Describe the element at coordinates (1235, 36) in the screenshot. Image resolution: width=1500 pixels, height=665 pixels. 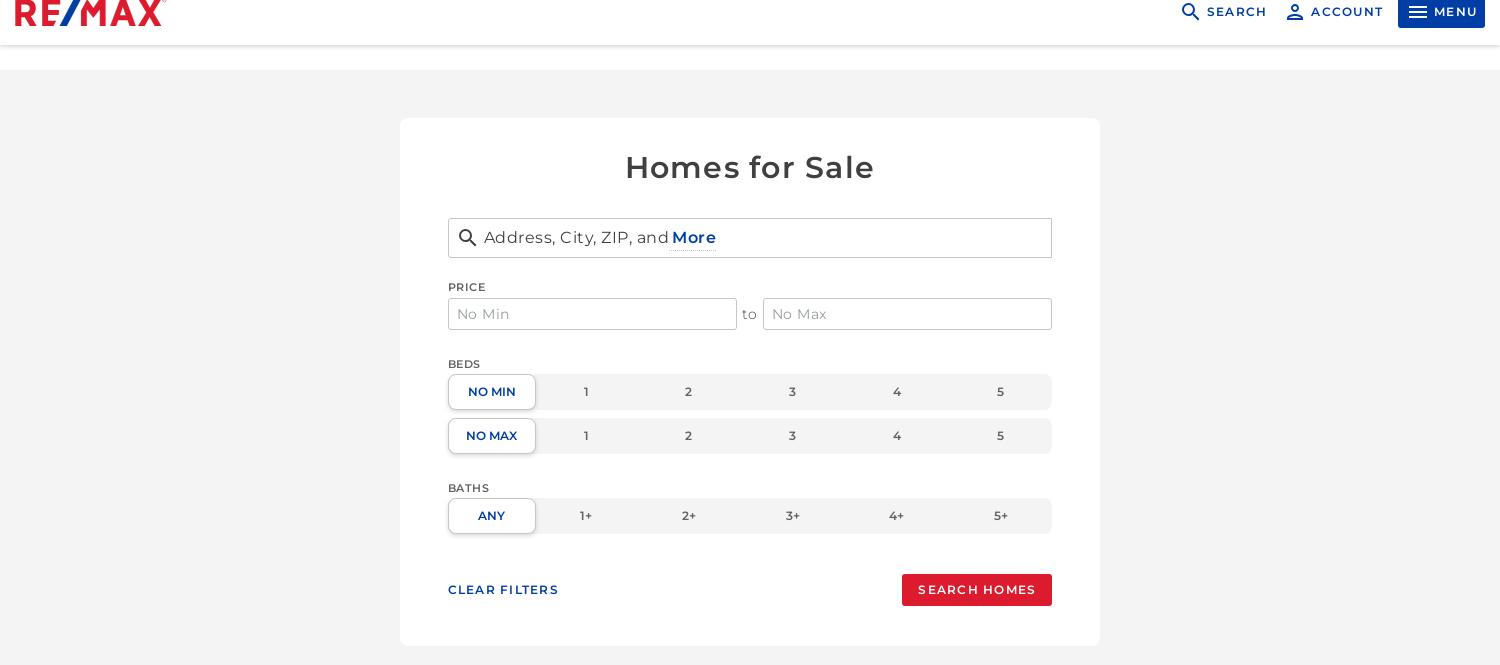
I see `'Search'` at that location.